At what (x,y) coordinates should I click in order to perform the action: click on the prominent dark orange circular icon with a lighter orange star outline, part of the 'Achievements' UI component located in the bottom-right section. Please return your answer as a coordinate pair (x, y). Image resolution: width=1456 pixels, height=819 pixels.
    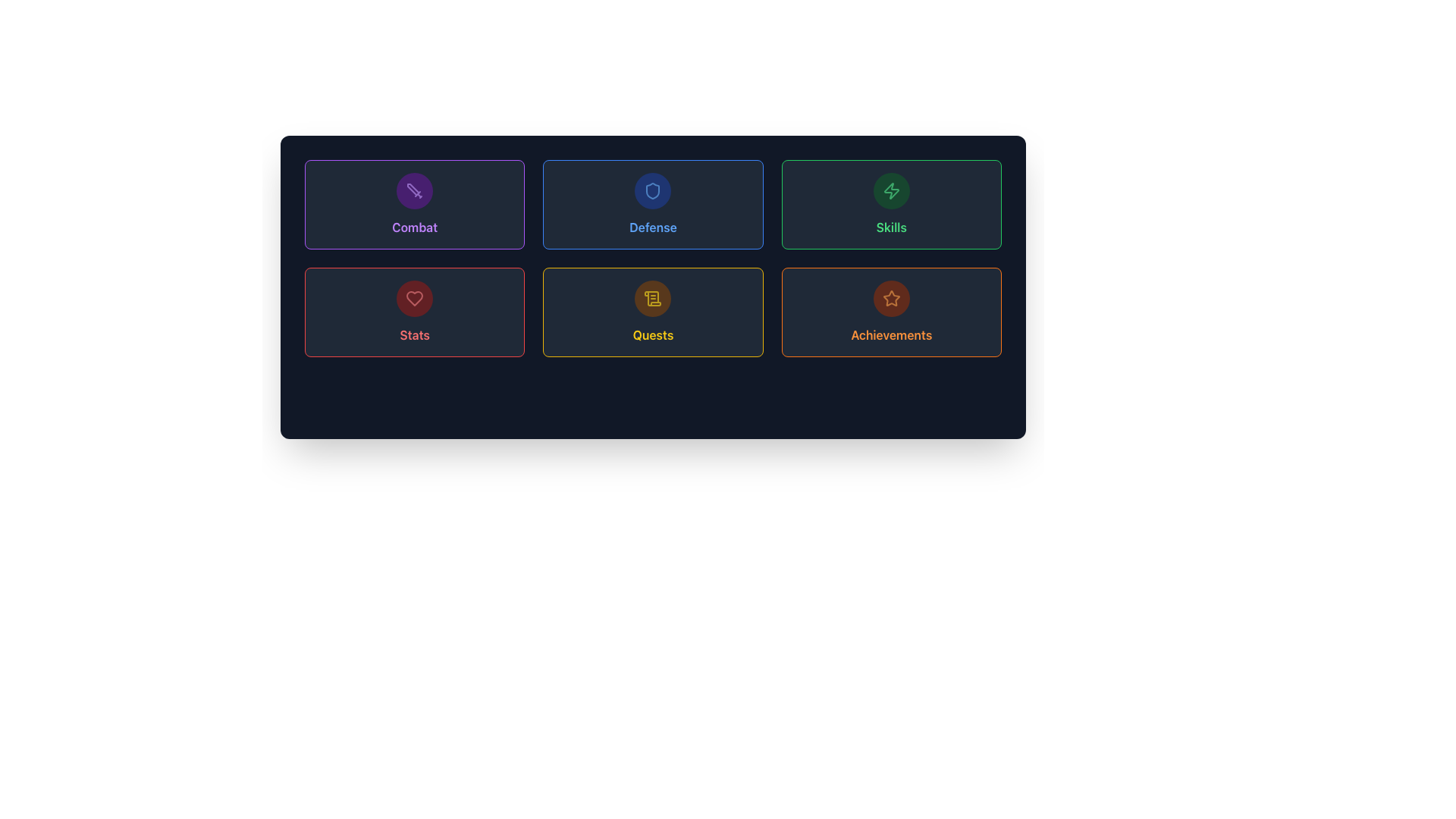
    Looking at the image, I should click on (891, 298).